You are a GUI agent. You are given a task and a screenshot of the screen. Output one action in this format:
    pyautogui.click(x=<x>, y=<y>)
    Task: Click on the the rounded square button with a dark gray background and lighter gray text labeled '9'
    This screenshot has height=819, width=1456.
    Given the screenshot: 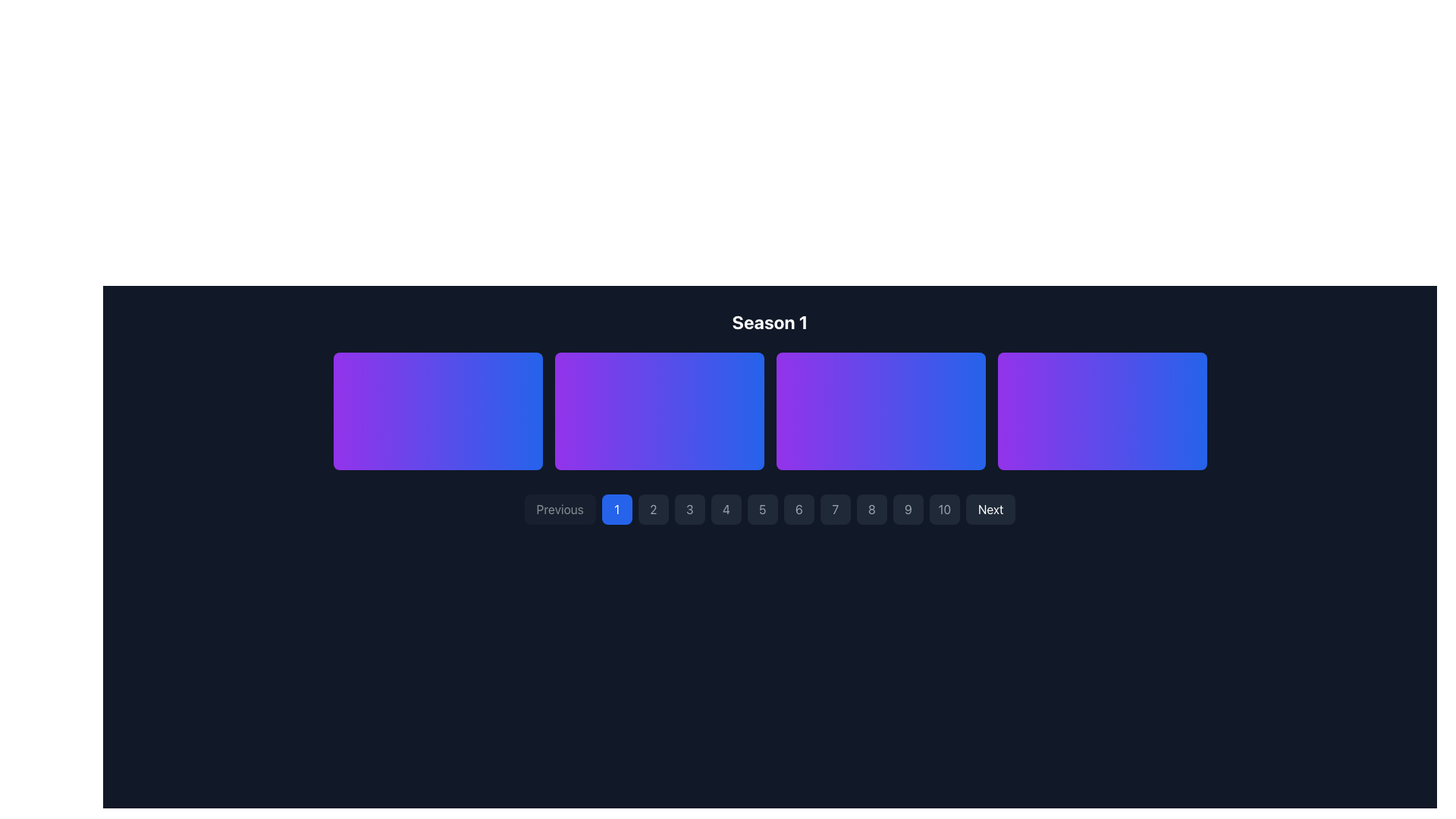 What is the action you would take?
    pyautogui.click(x=908, y=510)
    